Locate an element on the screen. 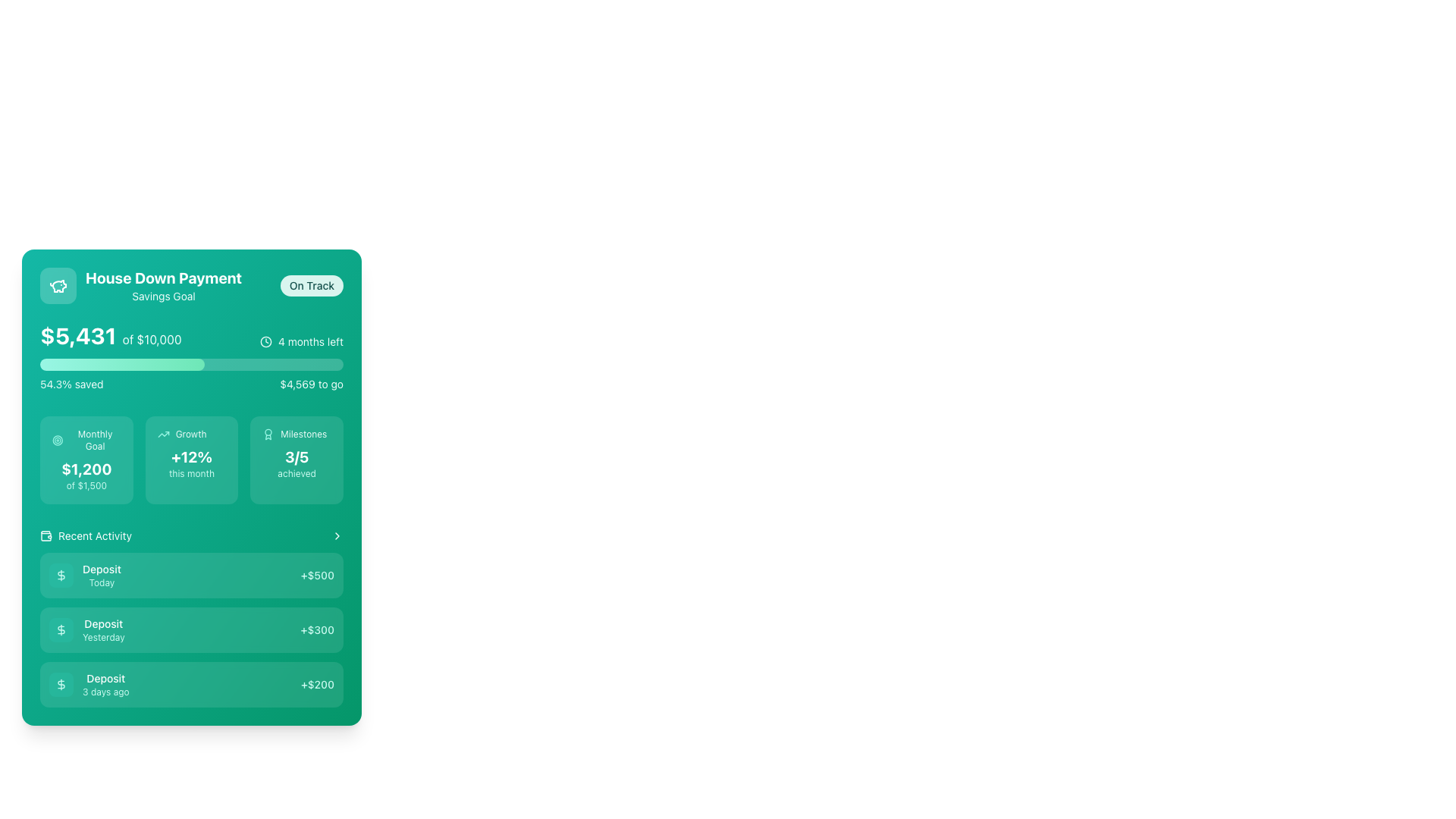 The image size is (1456, 819). the text label with an adjacent icon indicating milestones within the 'House Down Payment - Savings Goal' card is located at coordinates (297, 435).